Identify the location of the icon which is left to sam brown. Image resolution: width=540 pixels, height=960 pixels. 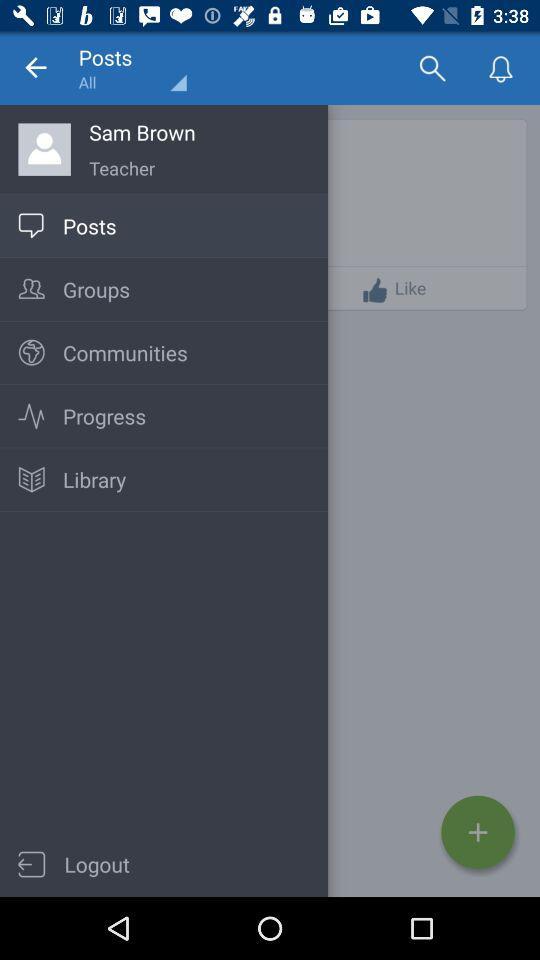
(44, 148).